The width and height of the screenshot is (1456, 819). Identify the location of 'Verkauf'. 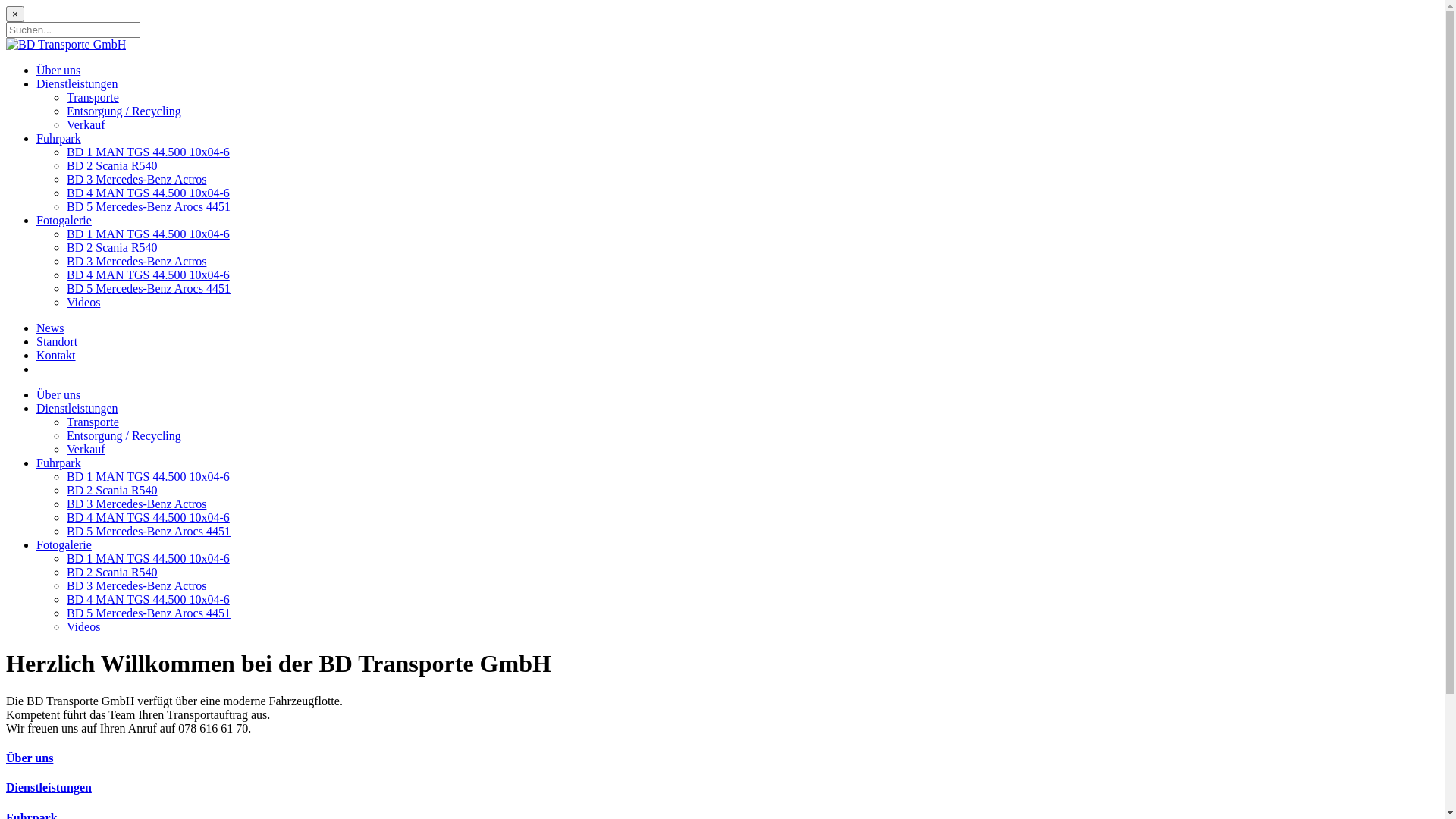
(85, 448).